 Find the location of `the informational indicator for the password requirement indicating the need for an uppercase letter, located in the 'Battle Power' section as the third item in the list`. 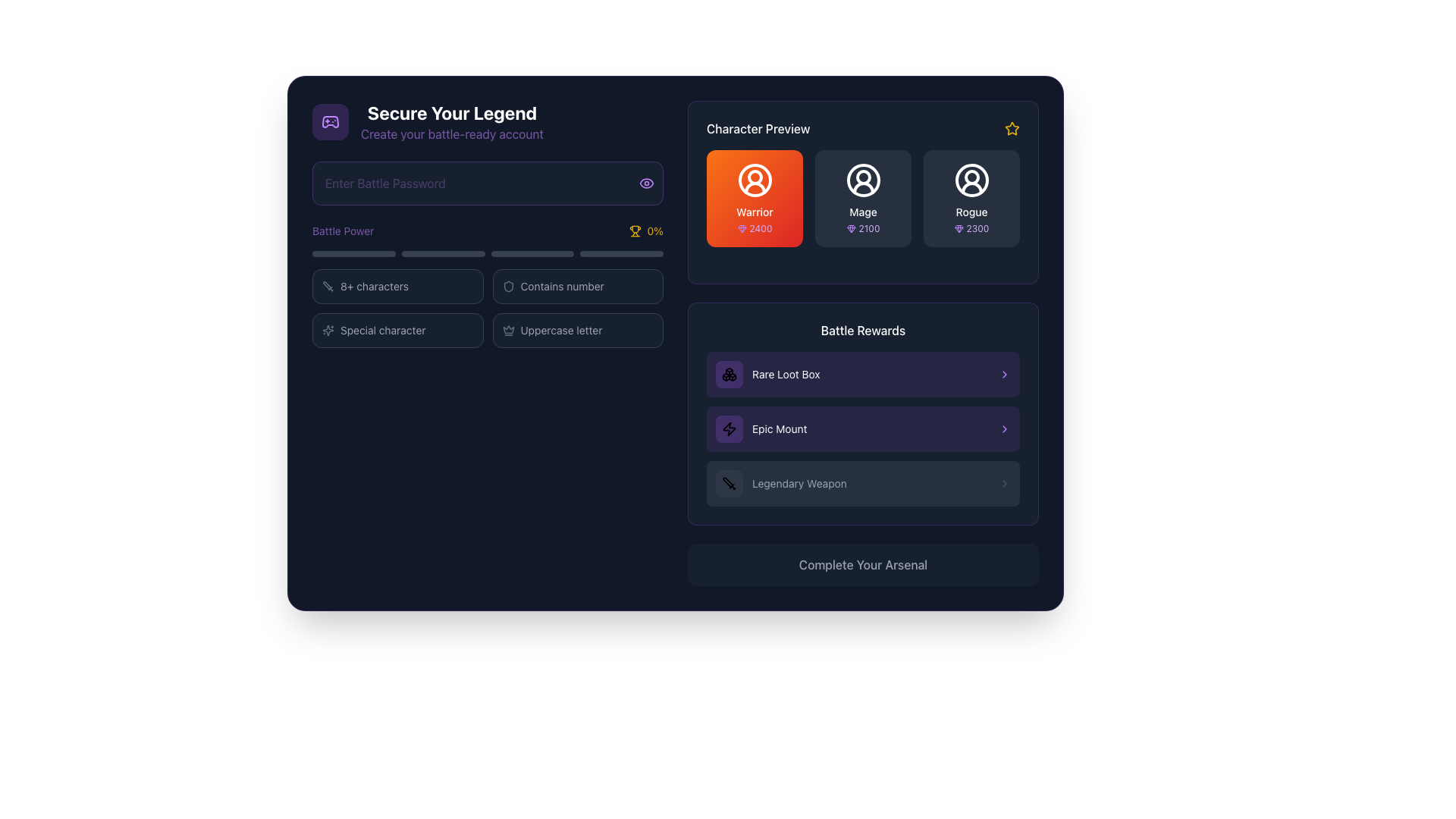

the informational indicator for the password requirement indicating the need for an uppercase letter, located in the 'Battle Power' section as the third item in the list is located at coordinates (577, 329).